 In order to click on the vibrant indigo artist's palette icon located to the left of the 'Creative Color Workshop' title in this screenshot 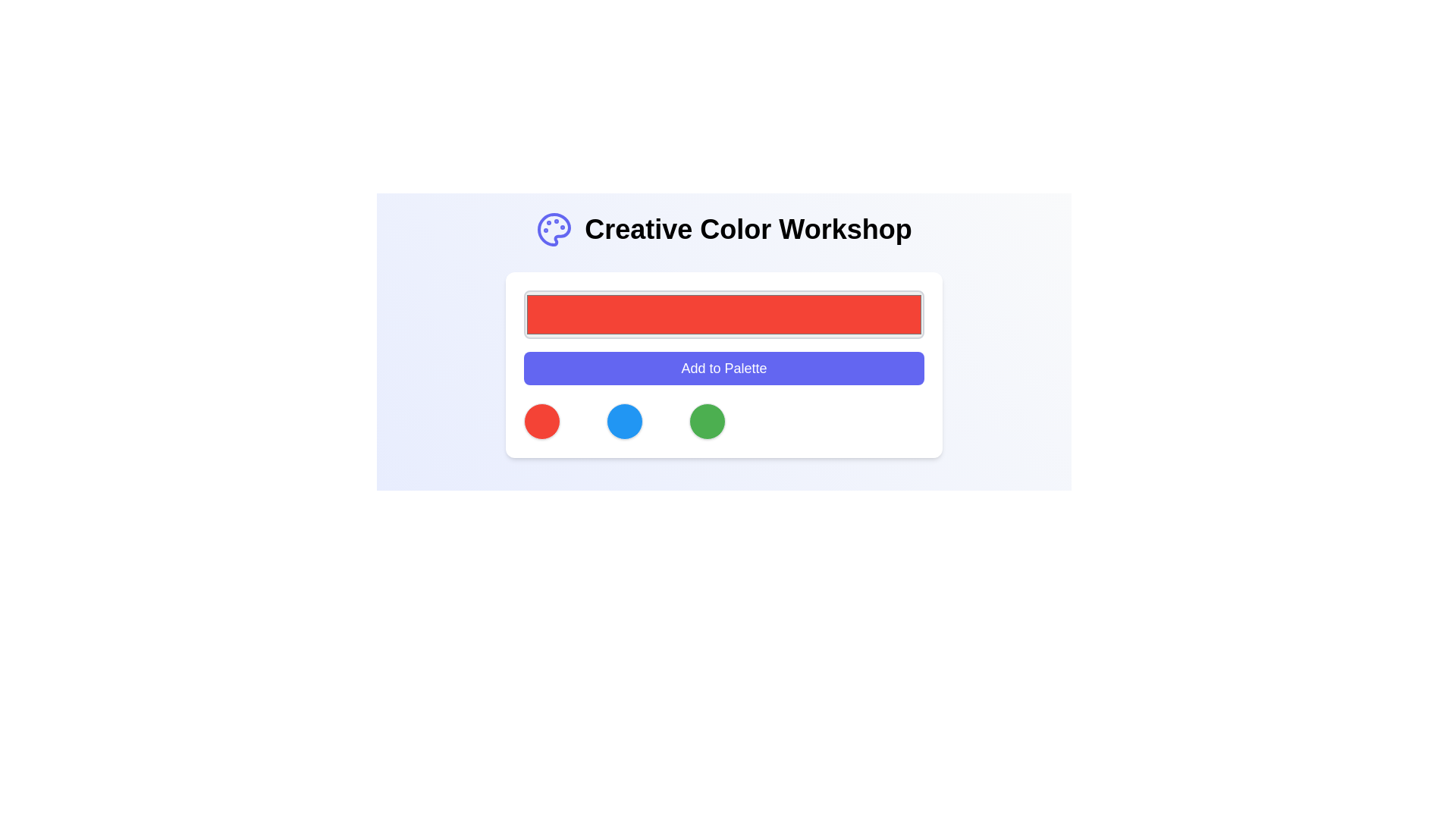, I will do `click(554, 230)`.